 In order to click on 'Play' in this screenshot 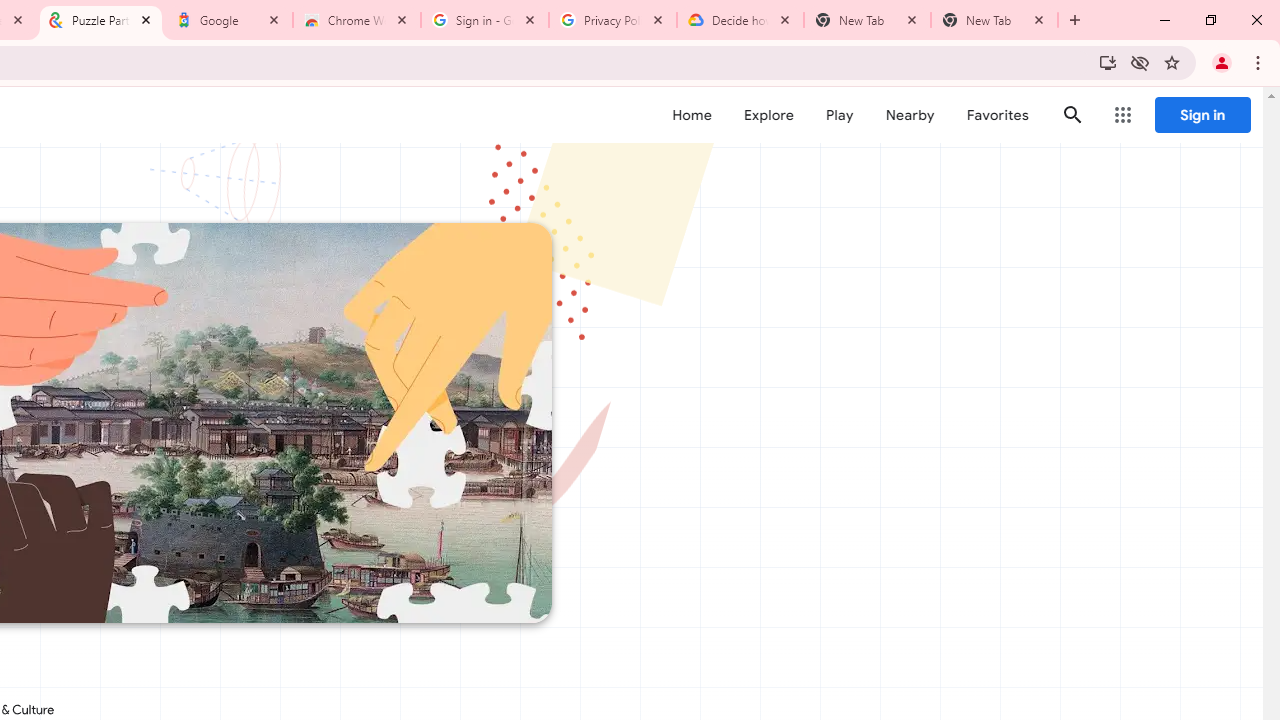, I will do `click(840, 115)`.